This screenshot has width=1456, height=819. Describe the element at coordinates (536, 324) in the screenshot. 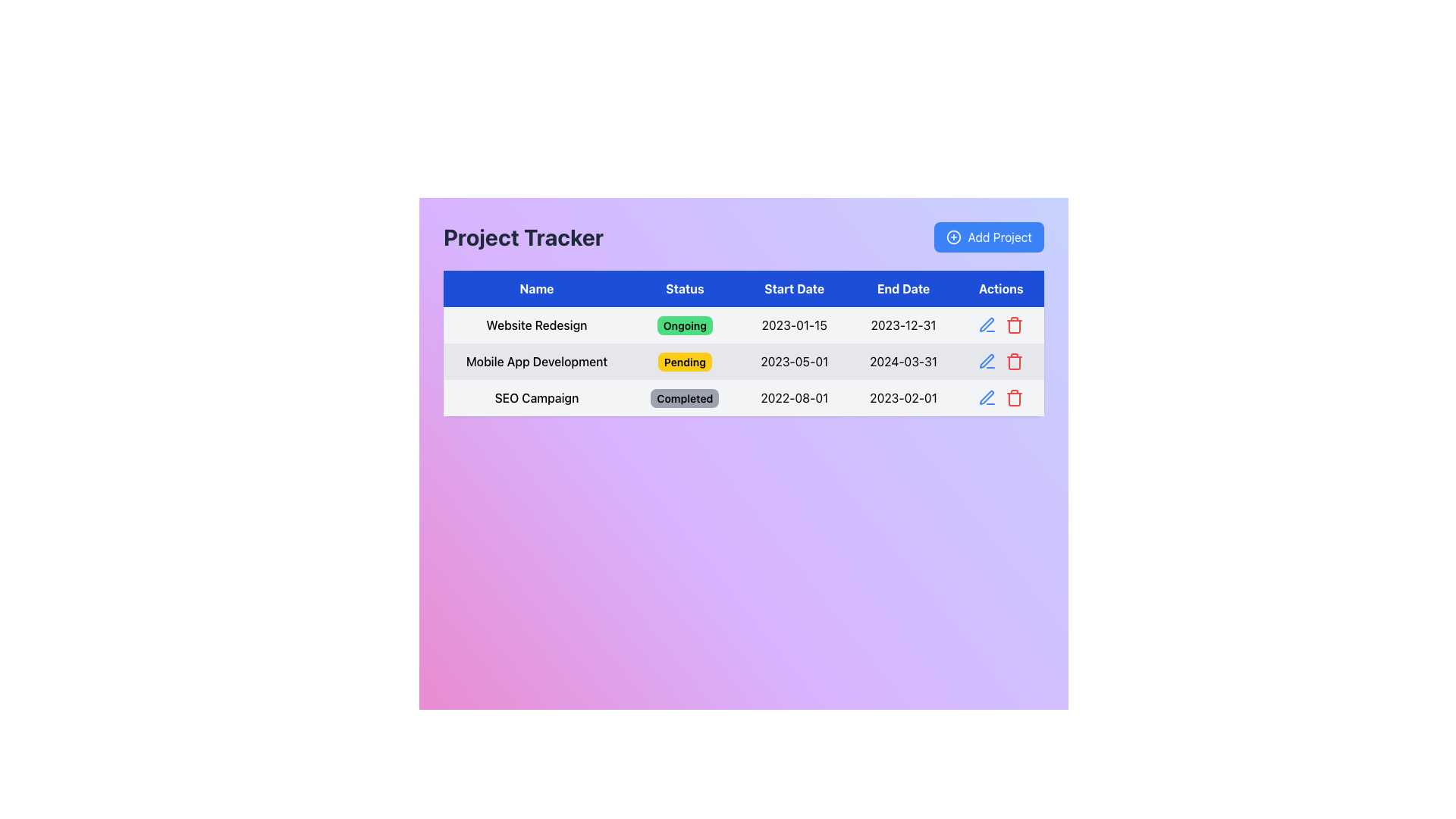

I see `the Static Text Label displaying the project name 'Website Redesign' located in the top row of the data table under the header column labeled 'Name'` at that location.